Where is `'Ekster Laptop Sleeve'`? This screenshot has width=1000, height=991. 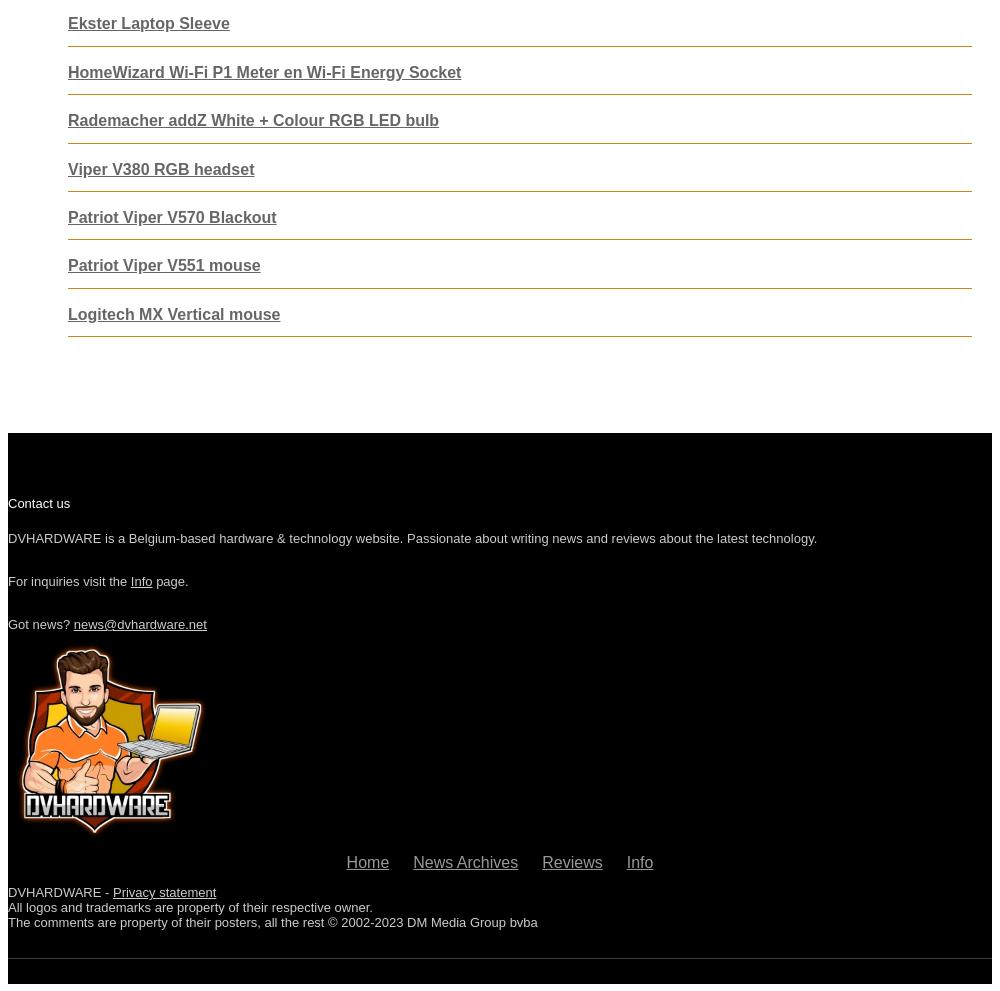 'Ekster Laptop Sleeve' is located at coordinates (67, 22).